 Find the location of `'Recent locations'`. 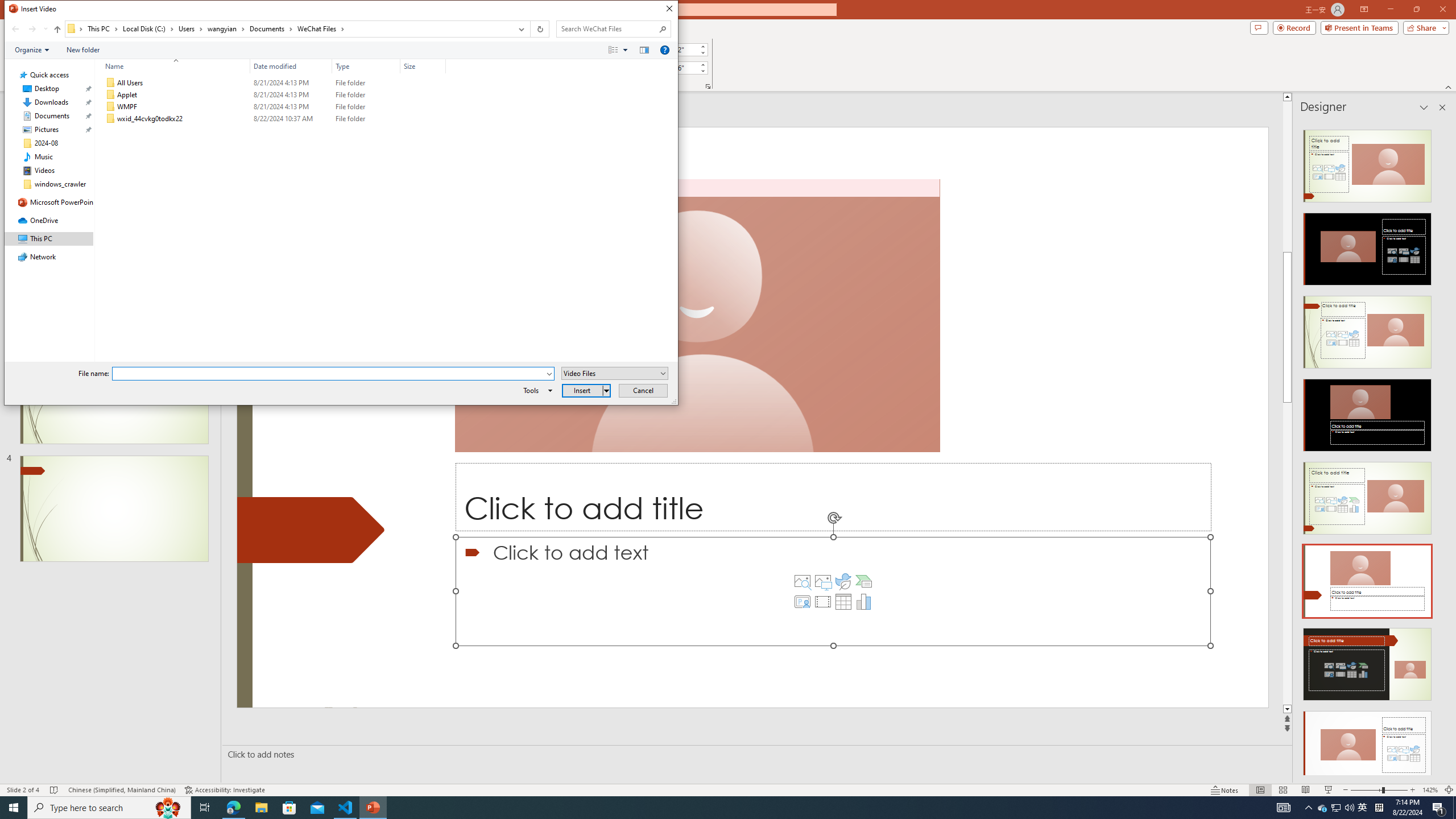

'Recent locations' is located at coordinates (44, 28).